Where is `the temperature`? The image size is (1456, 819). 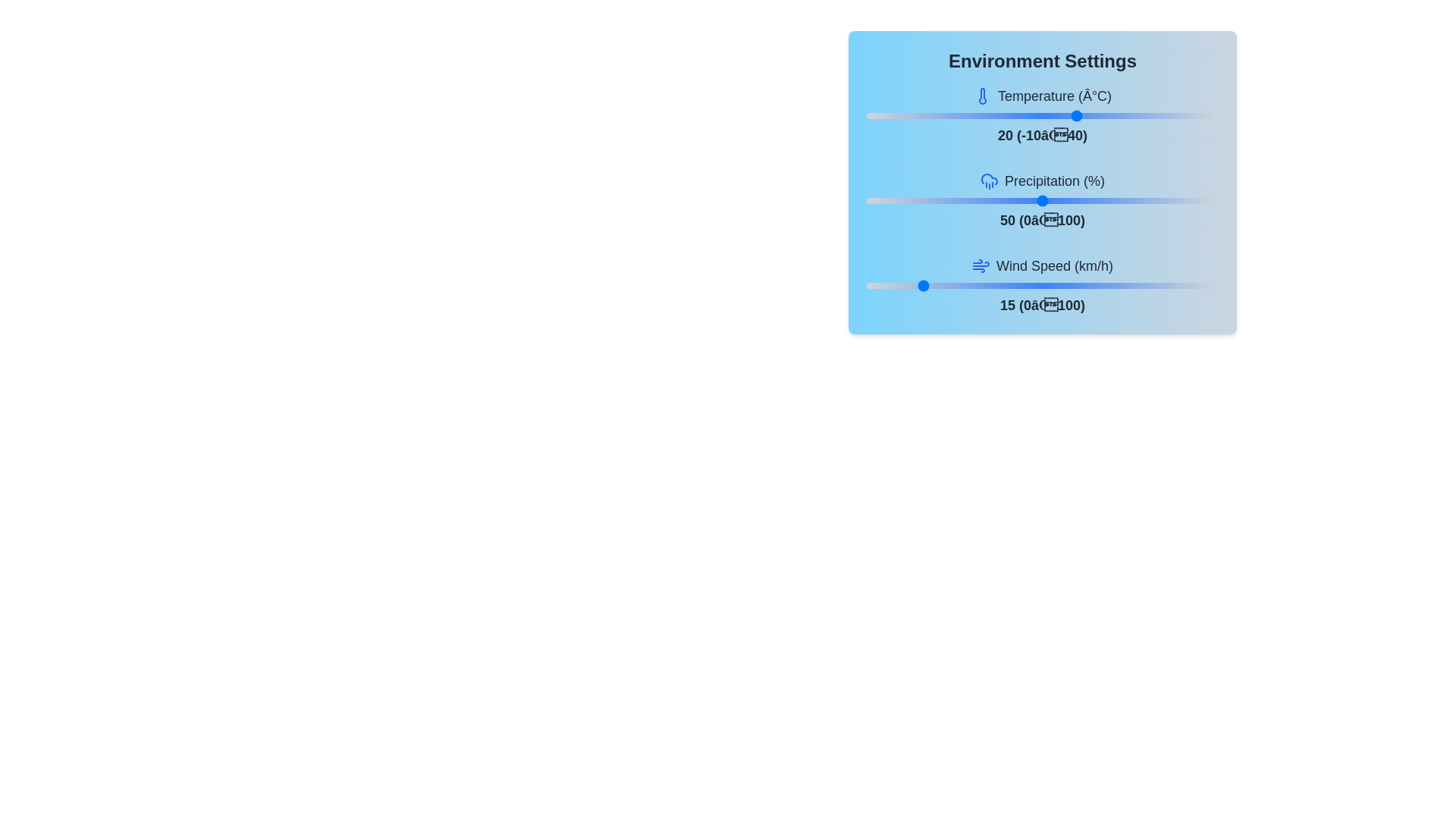 the temperature is located at coordinates (1112, 115).